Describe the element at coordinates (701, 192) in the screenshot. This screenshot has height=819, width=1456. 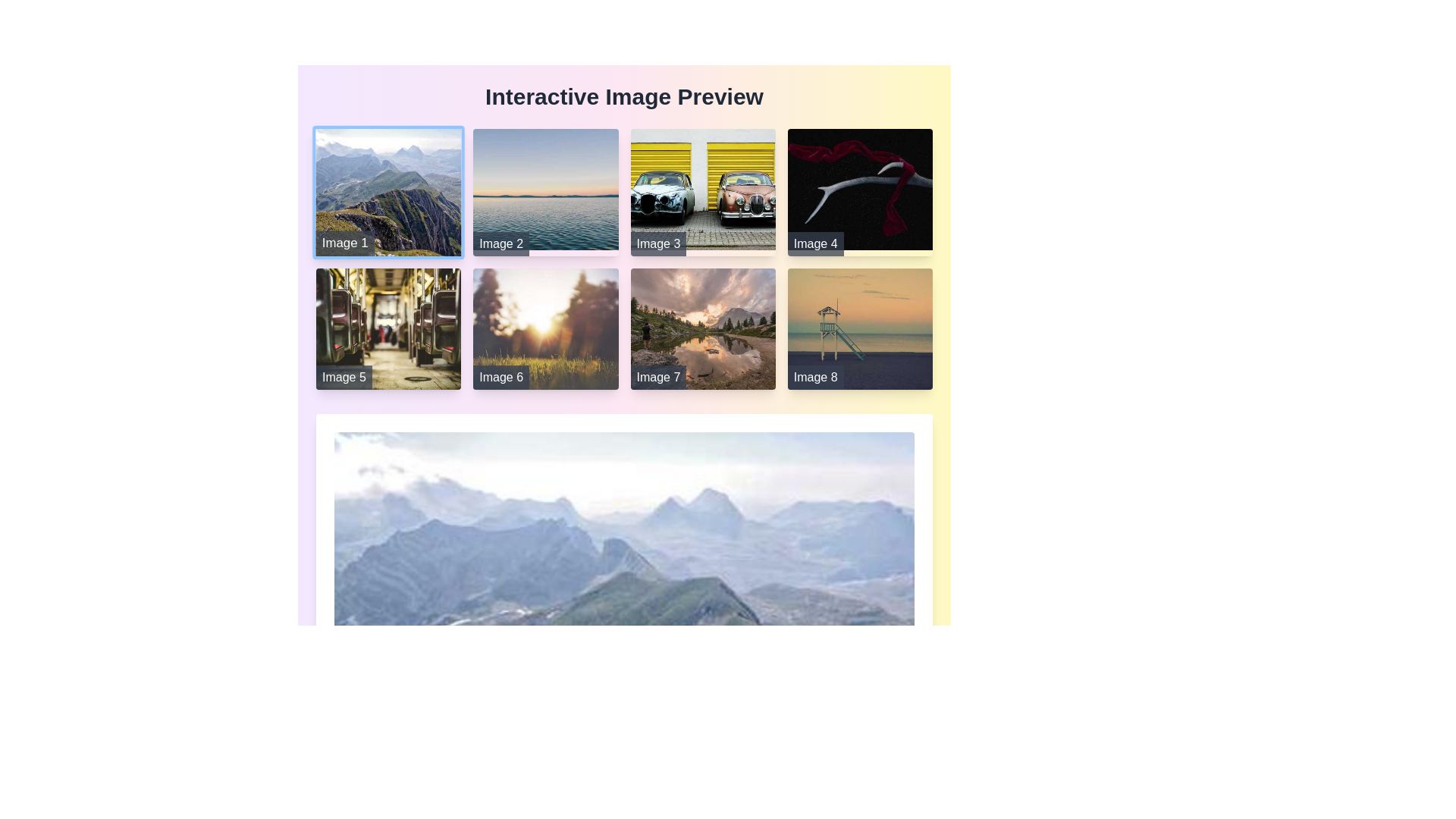
I see `the interactive image preview located in the top row, third column of the 4x2 grid` at that location.